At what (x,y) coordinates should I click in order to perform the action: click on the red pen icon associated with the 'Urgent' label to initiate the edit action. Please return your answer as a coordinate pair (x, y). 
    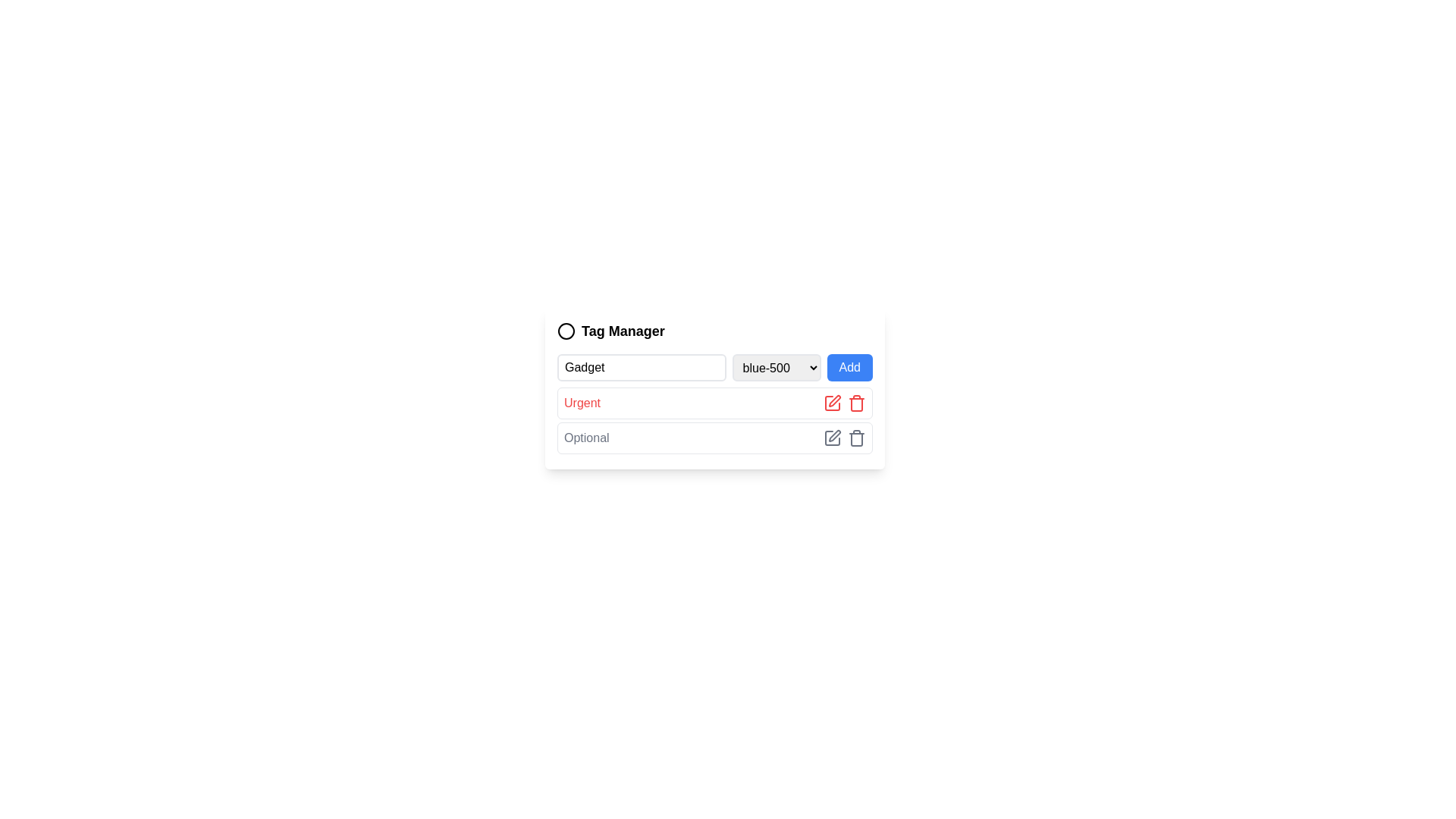
    Looking at the image, I should click on (832, 403).